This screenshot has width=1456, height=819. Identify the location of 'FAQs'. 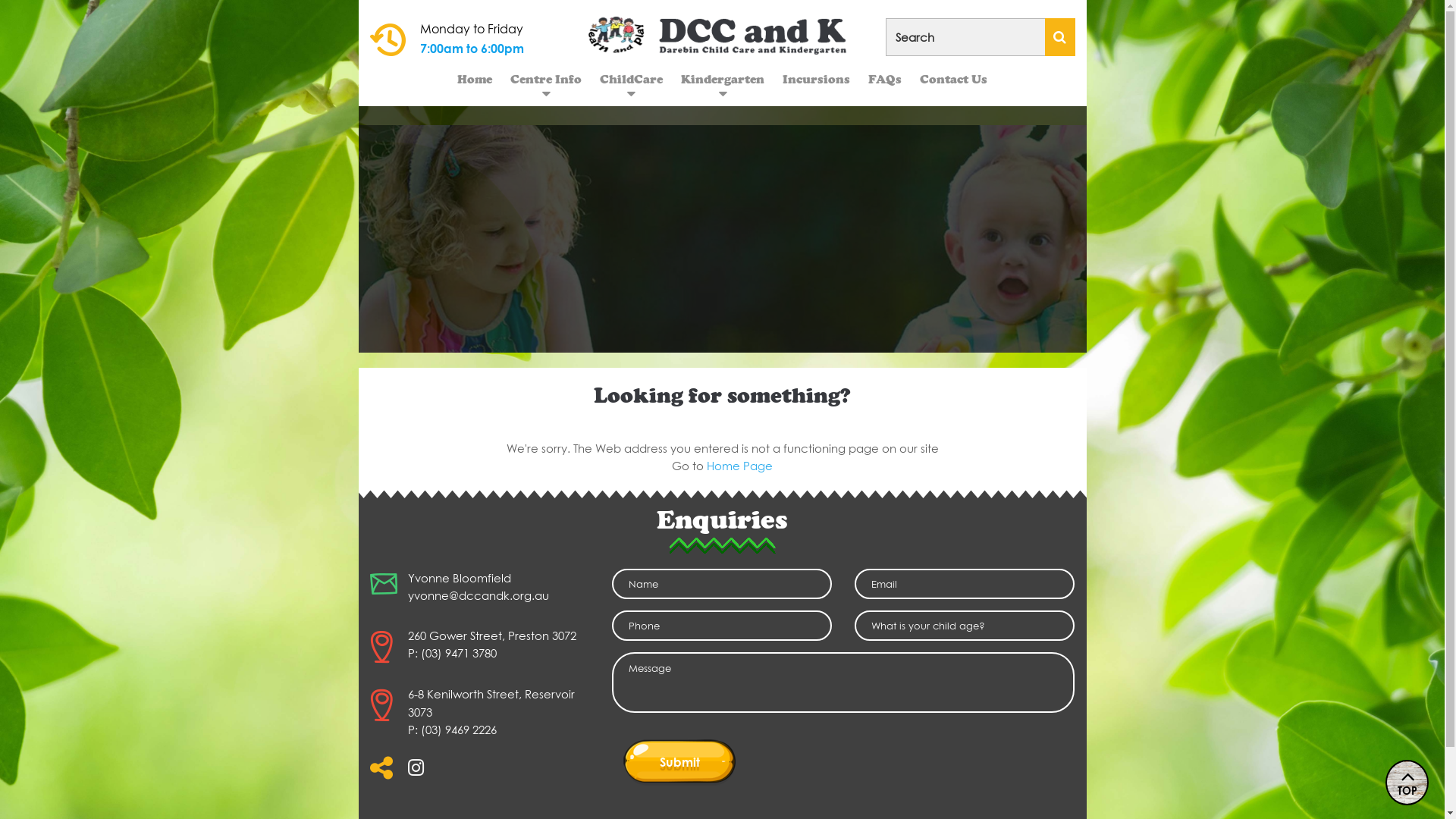
(858, 79).